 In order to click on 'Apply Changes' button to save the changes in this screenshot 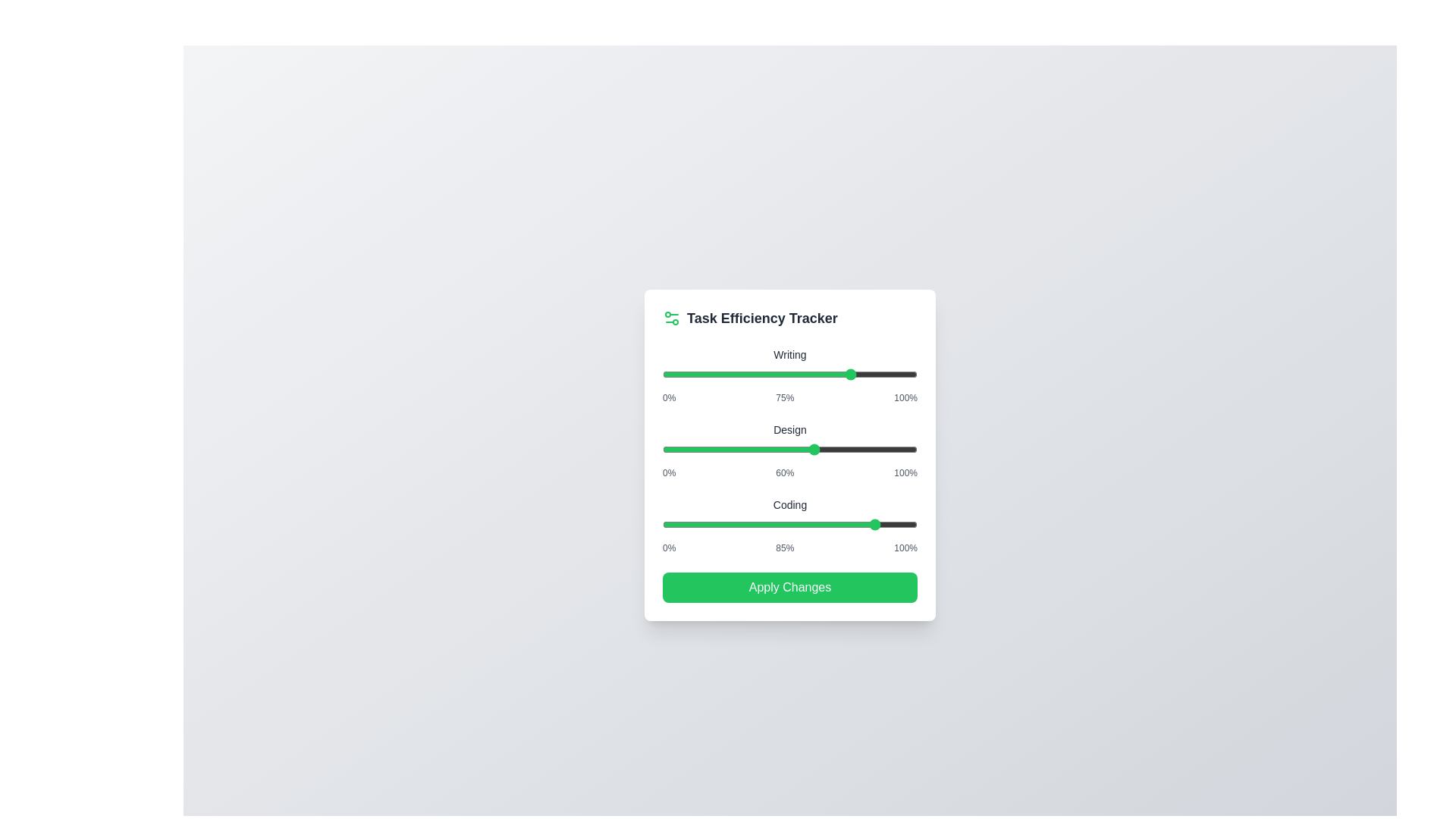, I will do `click(789, 586)`.